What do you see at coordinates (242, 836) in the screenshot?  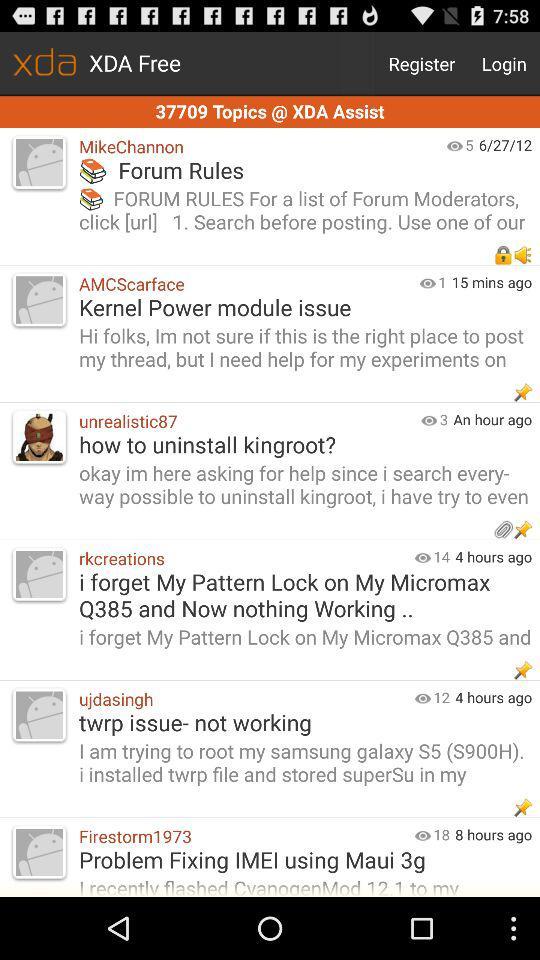 I see `the icon below i am trying item` at bounding box center [242, 836].